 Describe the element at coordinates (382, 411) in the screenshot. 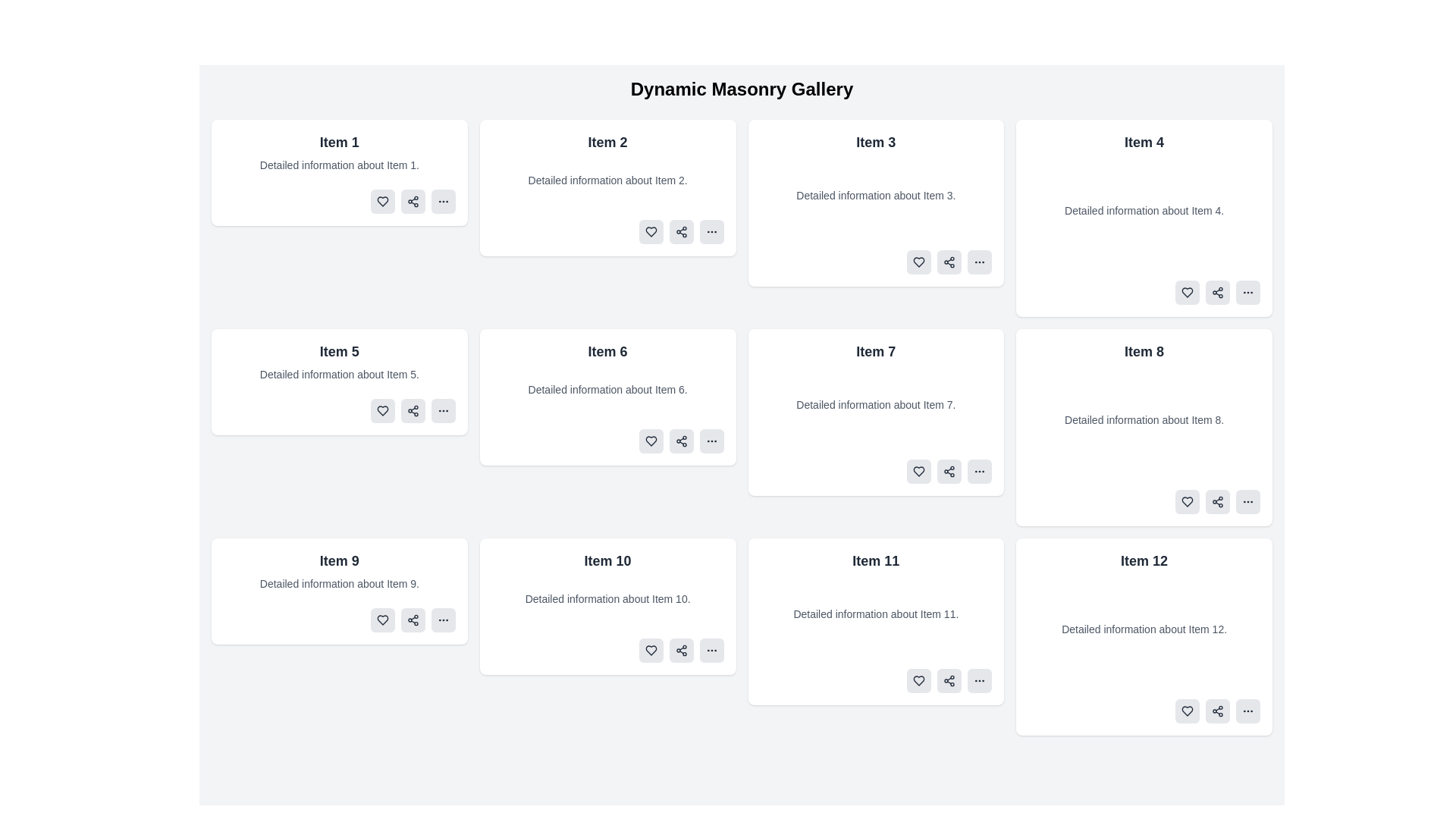

I see `the 'like' button, which is the first button in a horizontal row of three buttons under 'Item 5'` at that location.